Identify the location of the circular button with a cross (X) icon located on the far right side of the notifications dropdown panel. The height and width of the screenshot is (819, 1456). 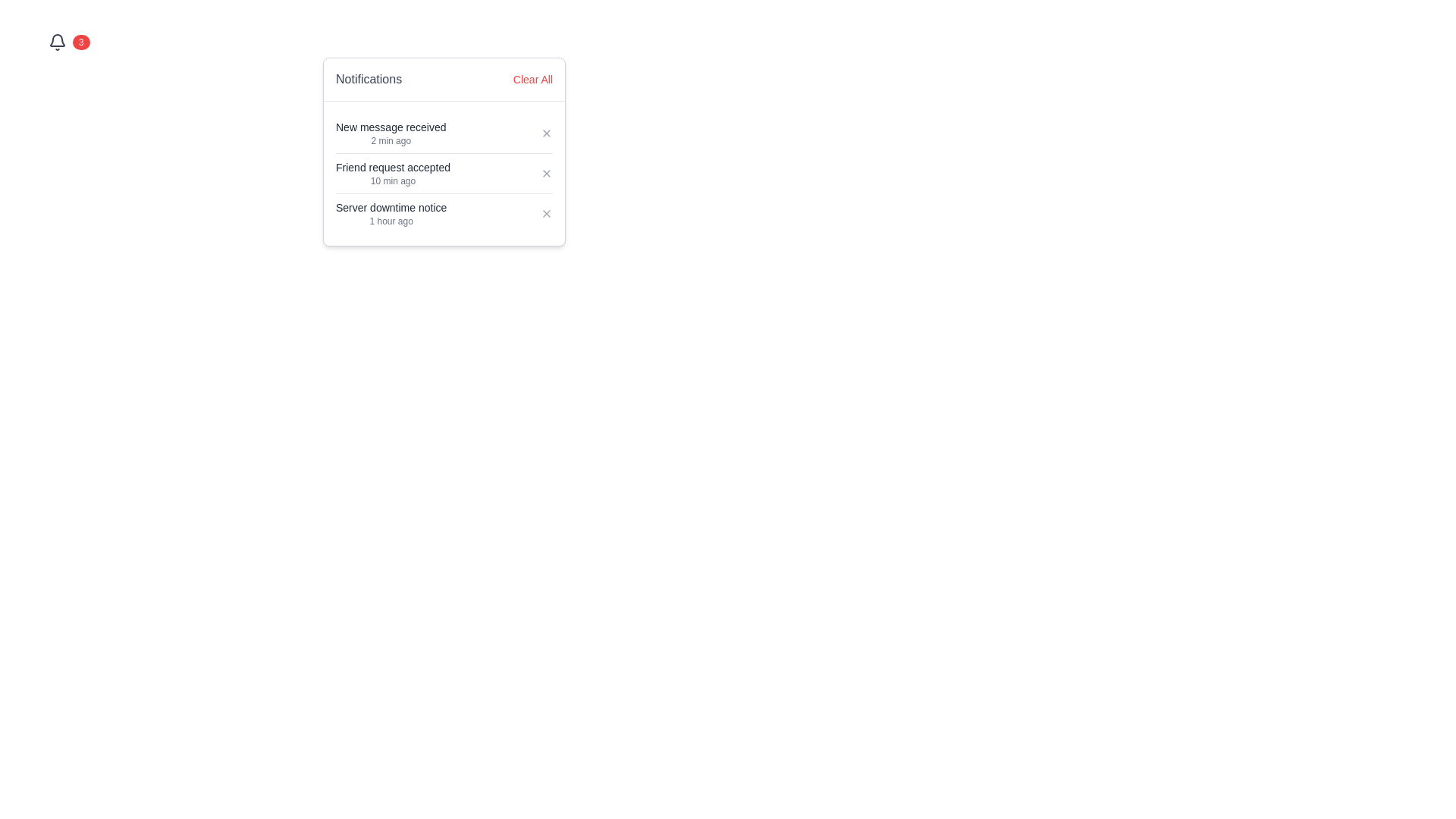
(546, 213).